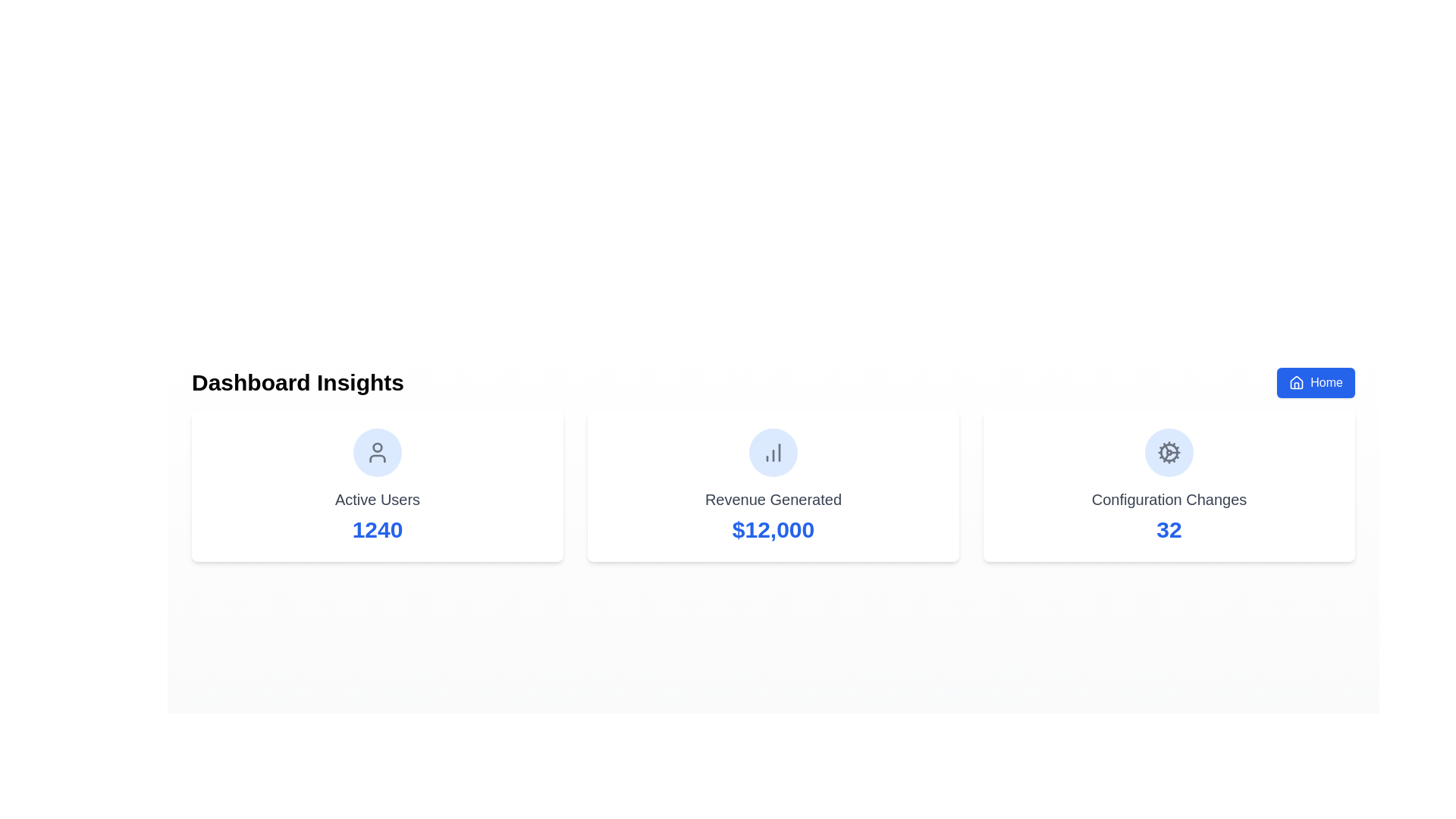 The image size is (1456, 819). I want to click on the cogwheel icon located within the 'Configuration Changes' card to retrieve tooltip or additional information, so click(1168, 452).